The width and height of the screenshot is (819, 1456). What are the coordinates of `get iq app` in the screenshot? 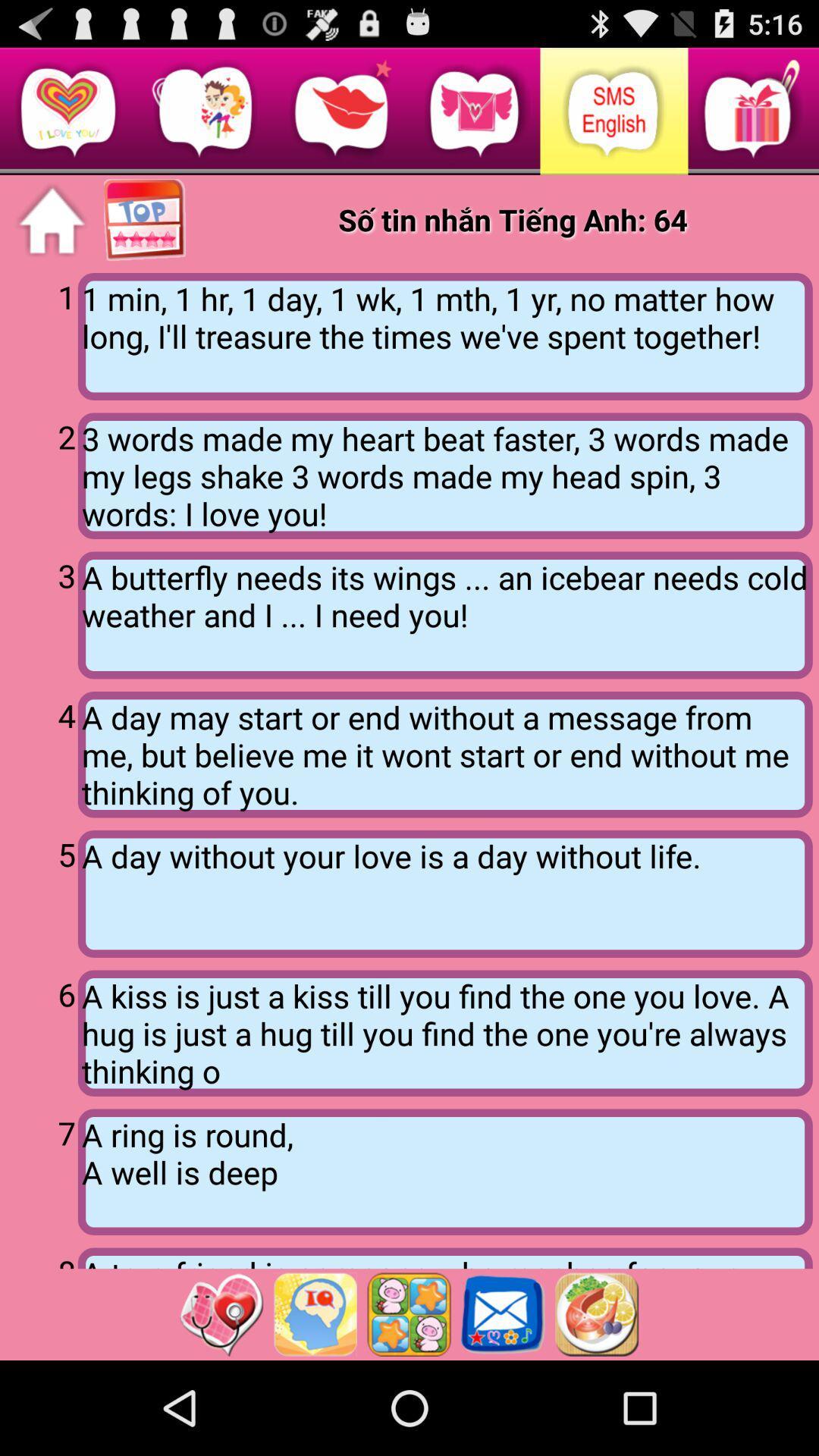 It's located at (314, 1313).